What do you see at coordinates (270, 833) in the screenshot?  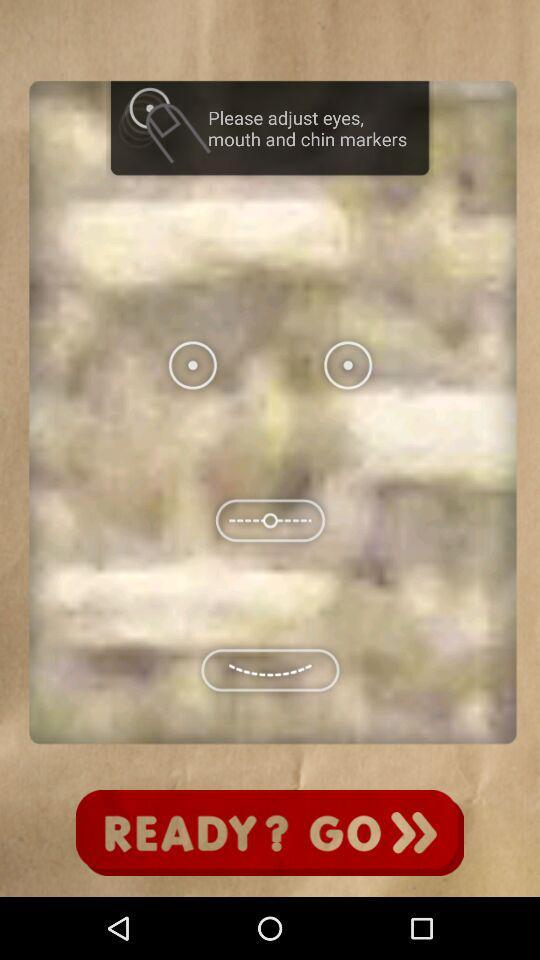 I see `go button` at bounding box center [270, 833].